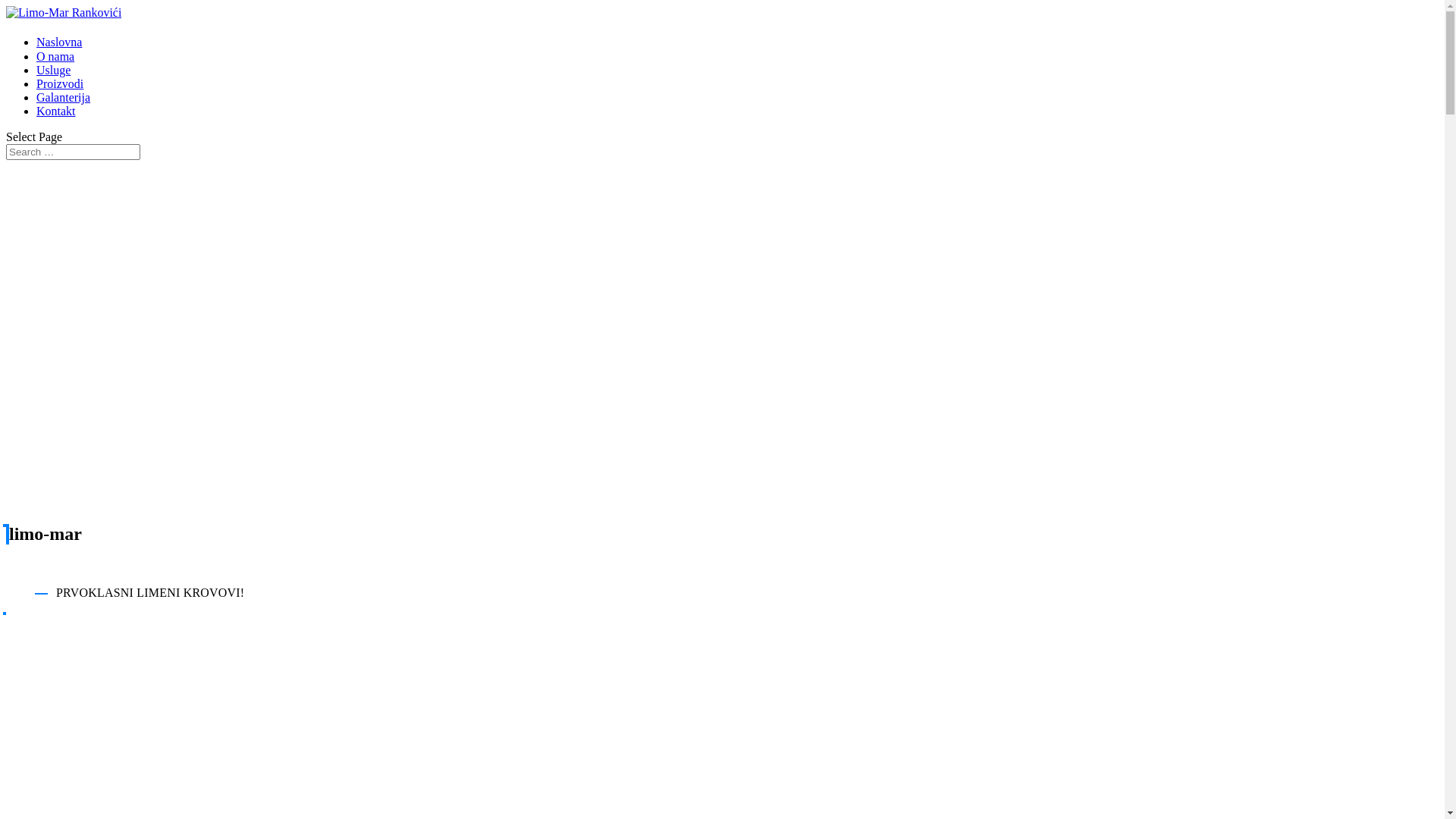 The image size is (1456, 819). What do you see at coordinates (62, 97) in the screenshot?
I see `'Galanterija'` at bounding box center [62, 97].